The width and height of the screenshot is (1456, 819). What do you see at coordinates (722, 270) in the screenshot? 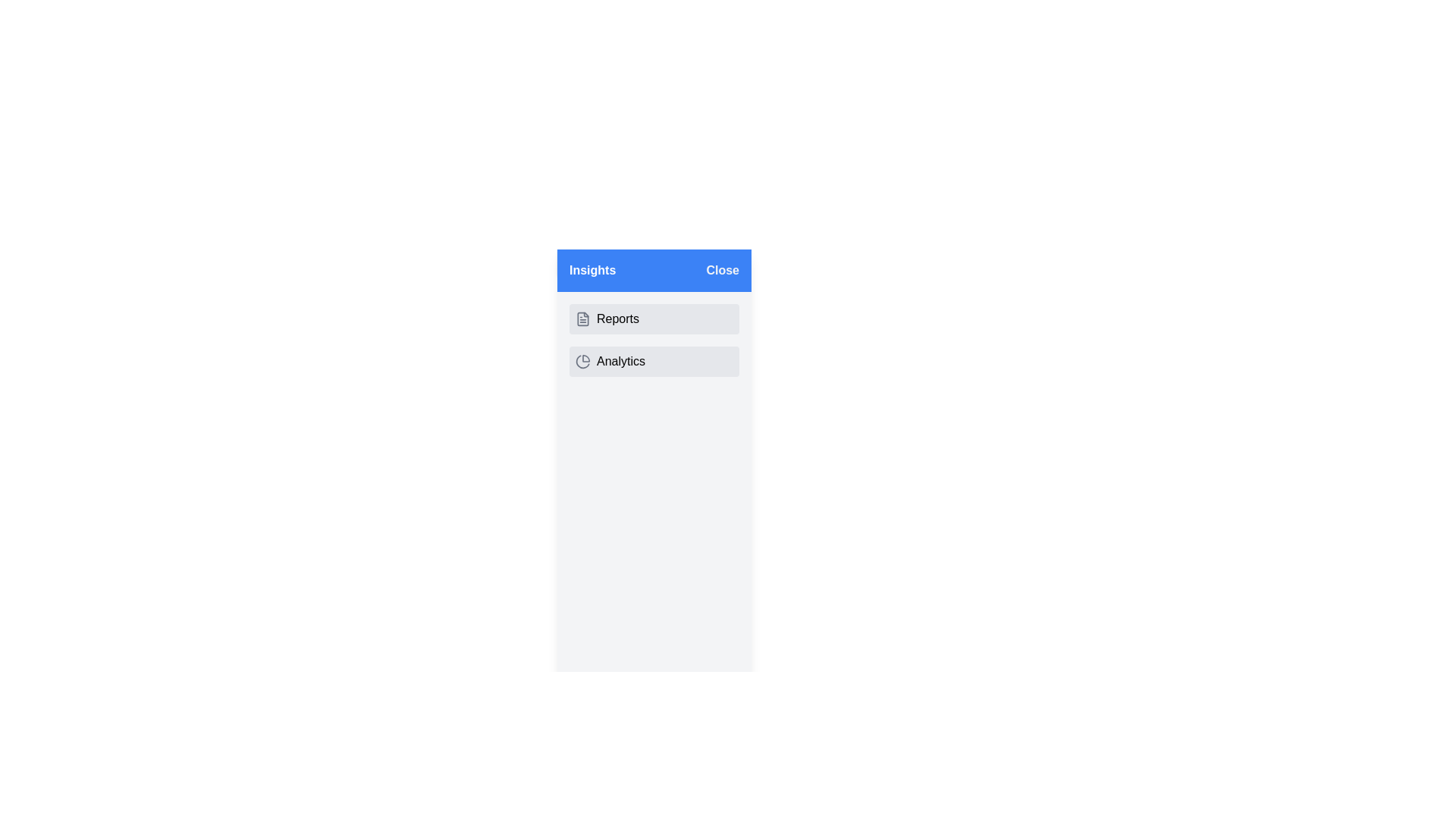
I see `the close button located at the top-right corner of the header panel` at bounding box center [722, 270].